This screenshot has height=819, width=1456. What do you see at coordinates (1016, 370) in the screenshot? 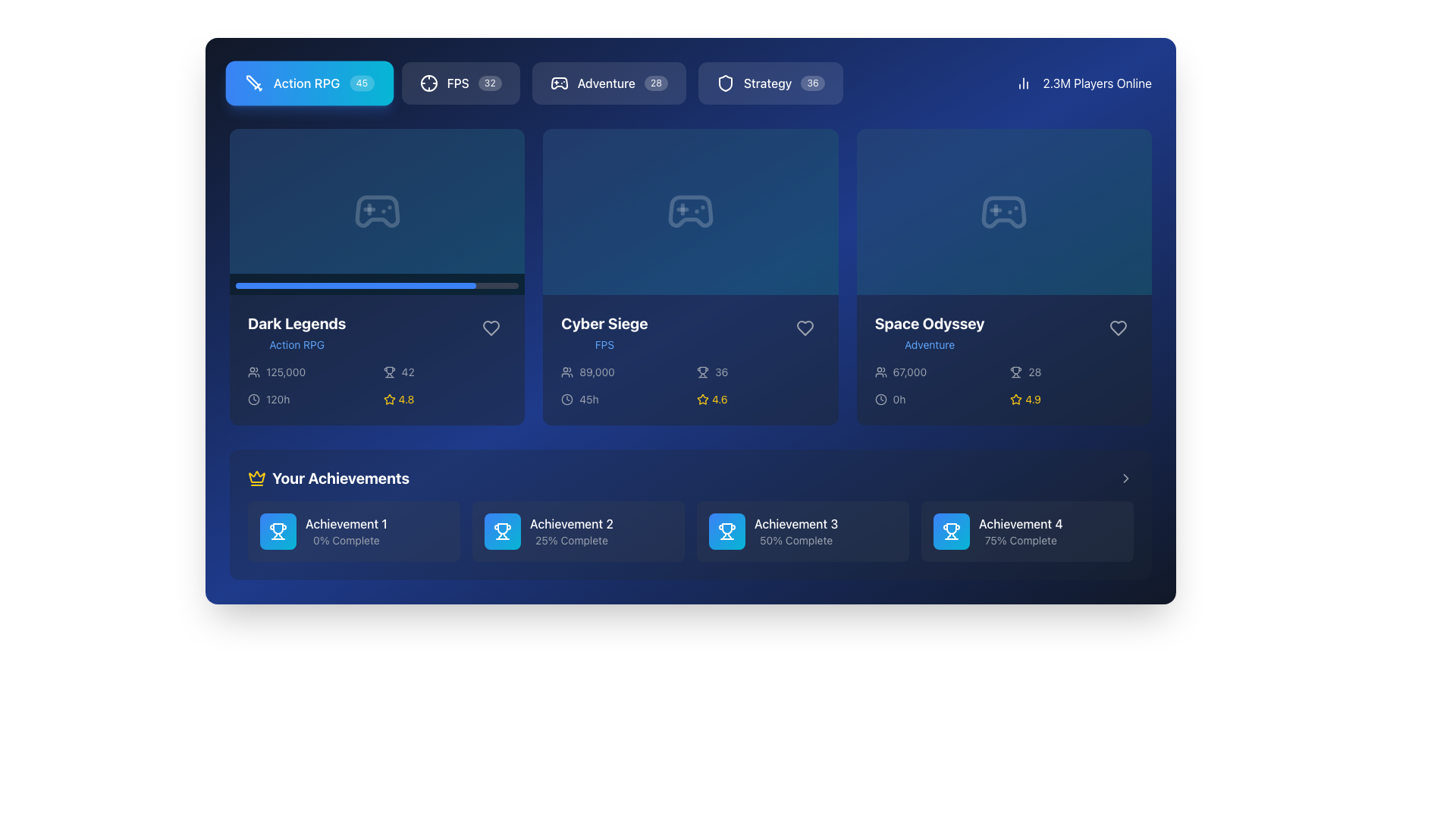
I see `the achievement icon located below the 'Your Achievements' section, which visually represents a reward or achievement` at bounding box center [1016, 370].